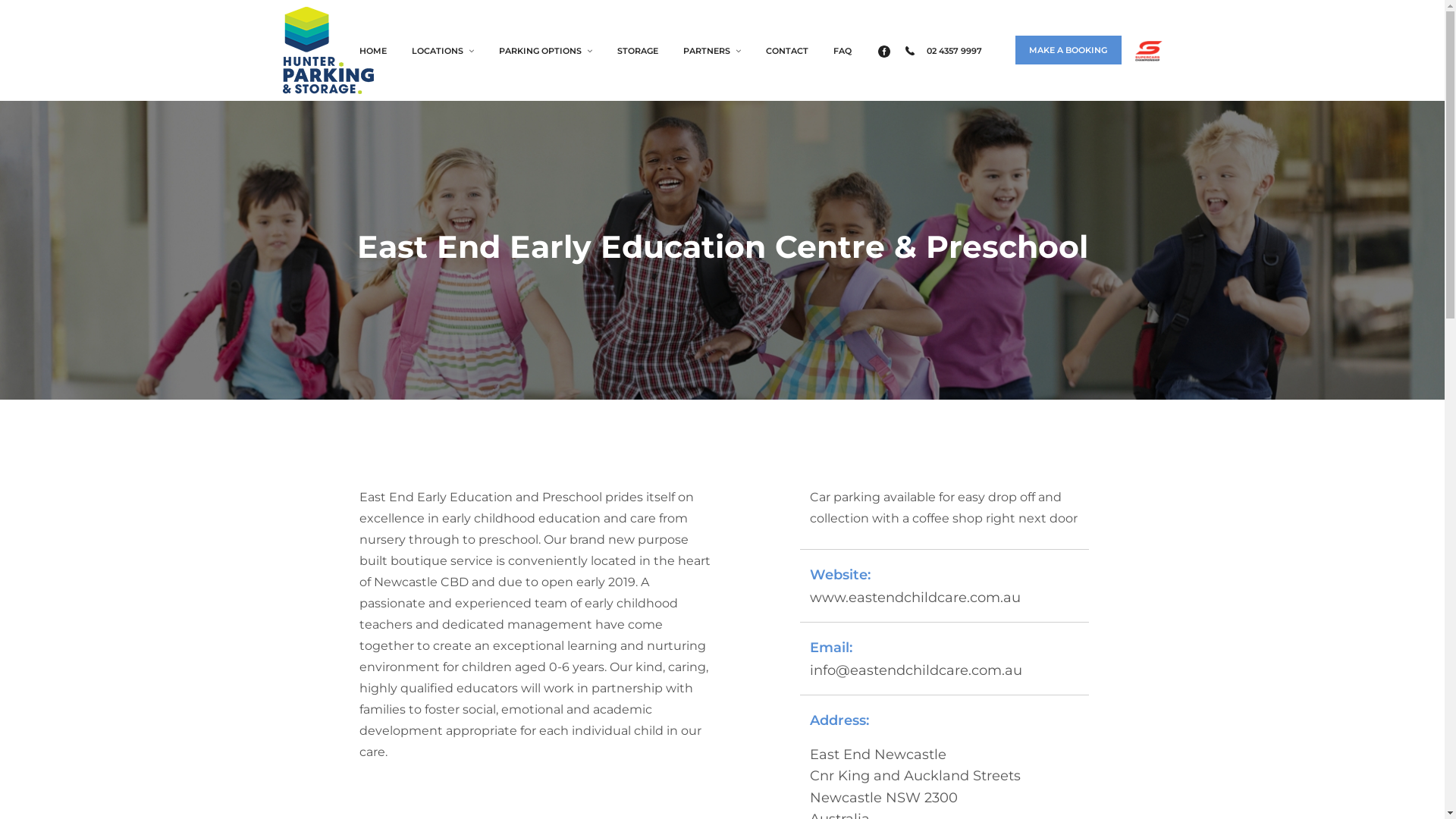  I want to click on 'CONTACT', so click(753, 49).